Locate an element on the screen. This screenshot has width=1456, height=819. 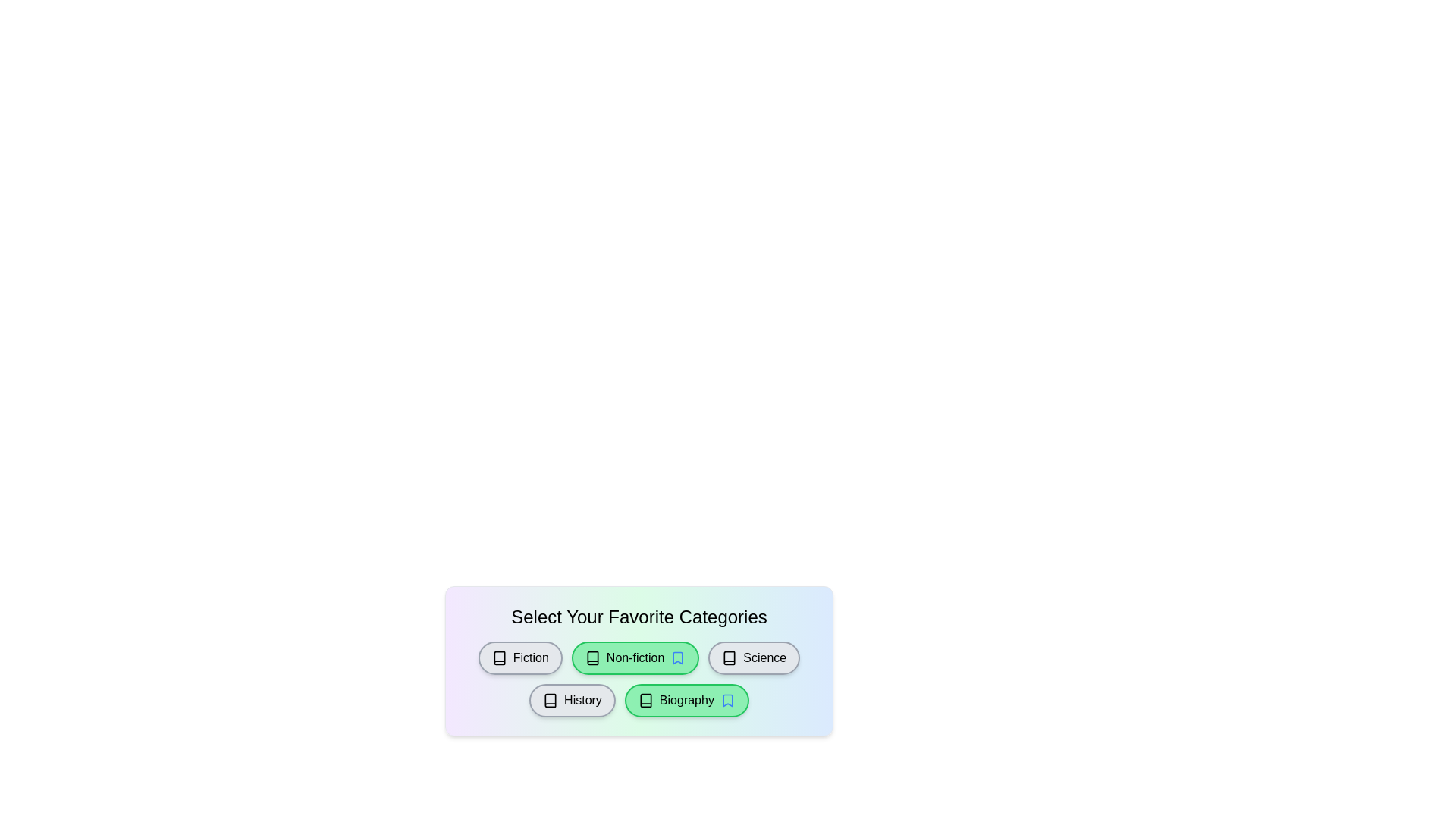
the category Science is located at coordinates (753, 657).